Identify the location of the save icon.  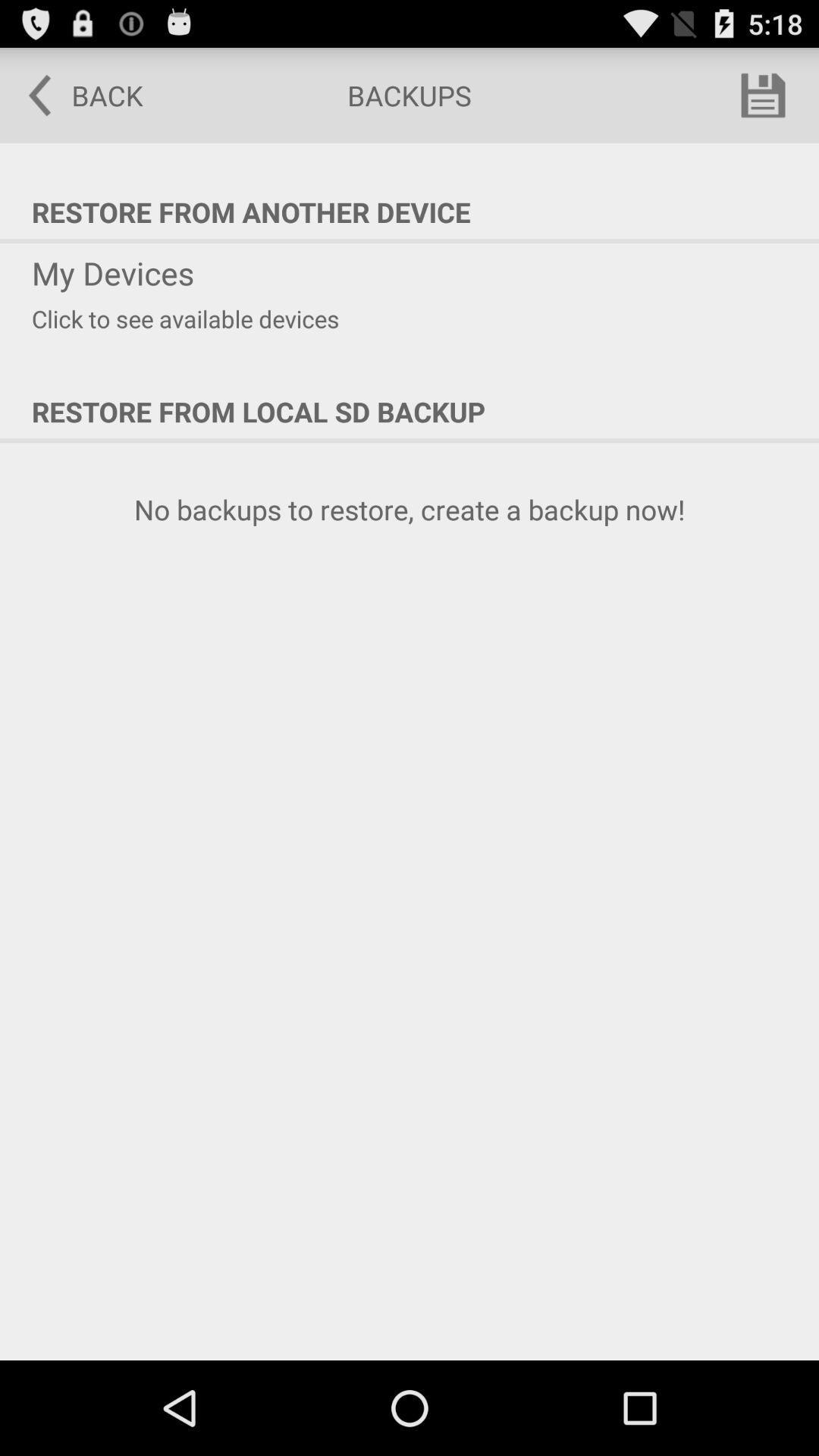
(763, 101).